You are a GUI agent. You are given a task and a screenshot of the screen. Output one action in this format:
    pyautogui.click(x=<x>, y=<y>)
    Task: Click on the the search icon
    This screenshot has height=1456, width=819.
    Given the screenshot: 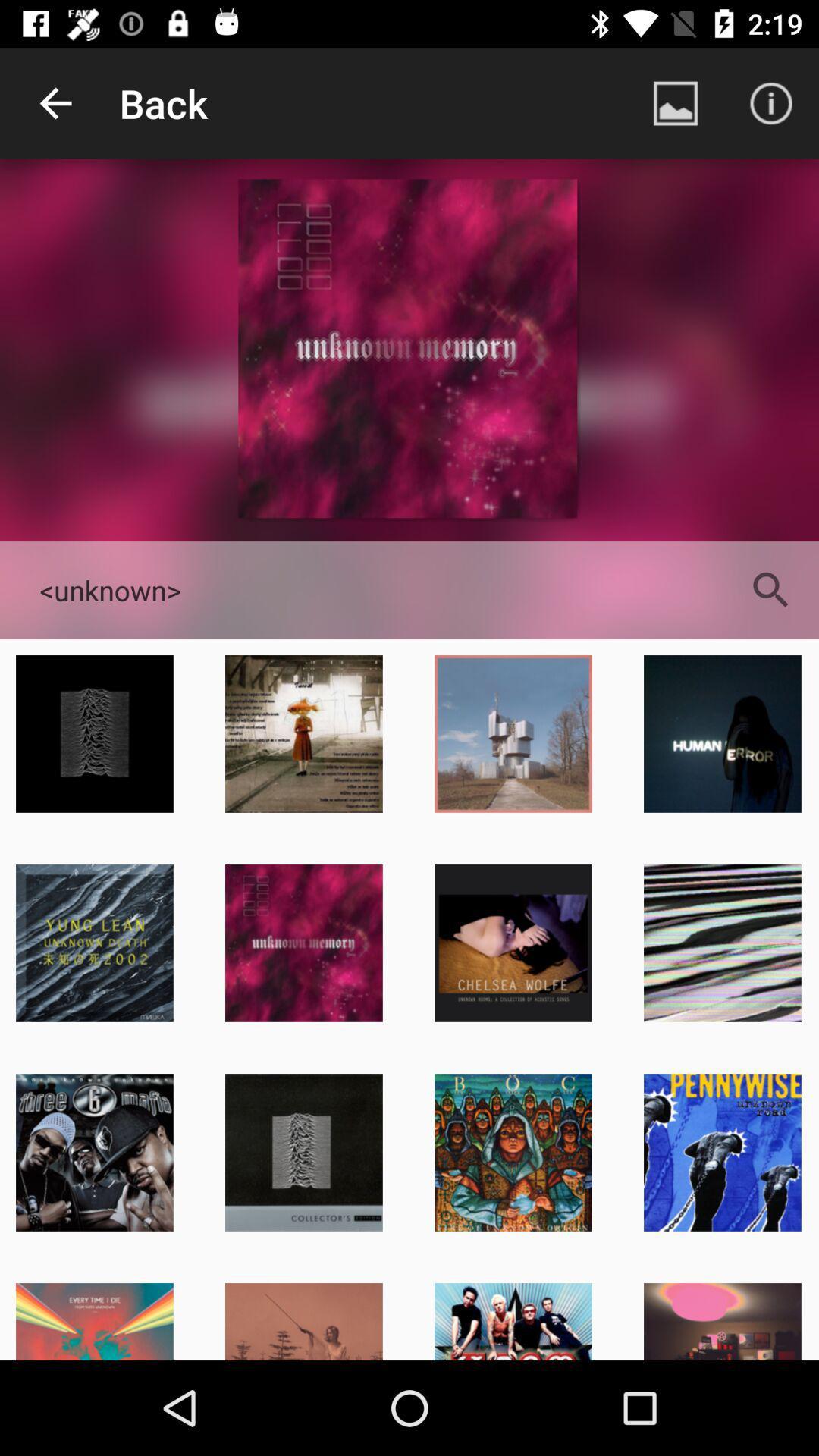 What is the action you would take?
    pyautogui.click(x=771, y=589)
    